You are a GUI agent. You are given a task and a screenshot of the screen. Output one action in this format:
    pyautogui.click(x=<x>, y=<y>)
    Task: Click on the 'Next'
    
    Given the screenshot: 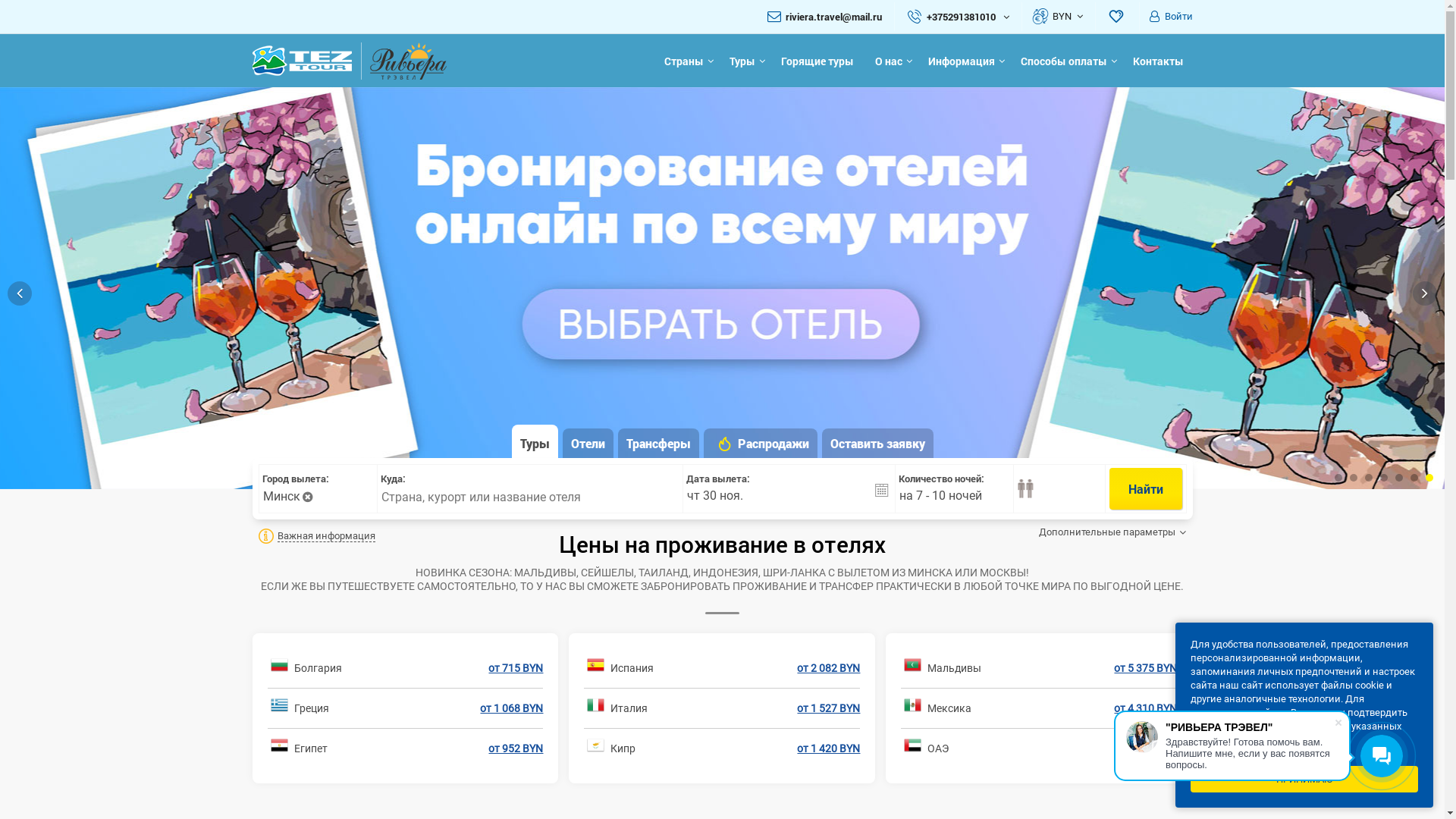 What is the action you would take?
    pyautogui.click(x=1423, y=293)
    